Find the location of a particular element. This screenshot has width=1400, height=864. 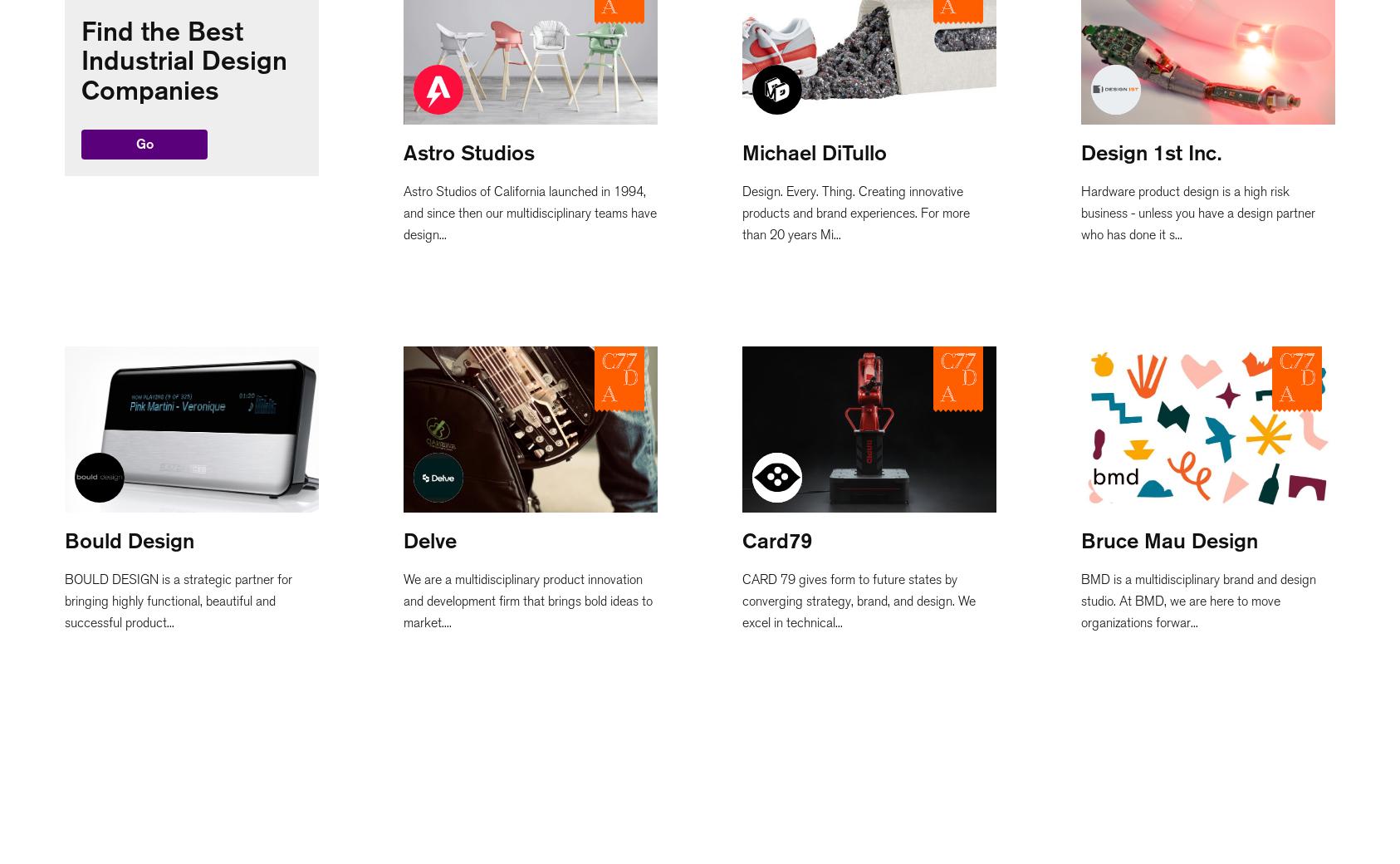

'Michael DiTullo' is located at coordinates (814, 152).